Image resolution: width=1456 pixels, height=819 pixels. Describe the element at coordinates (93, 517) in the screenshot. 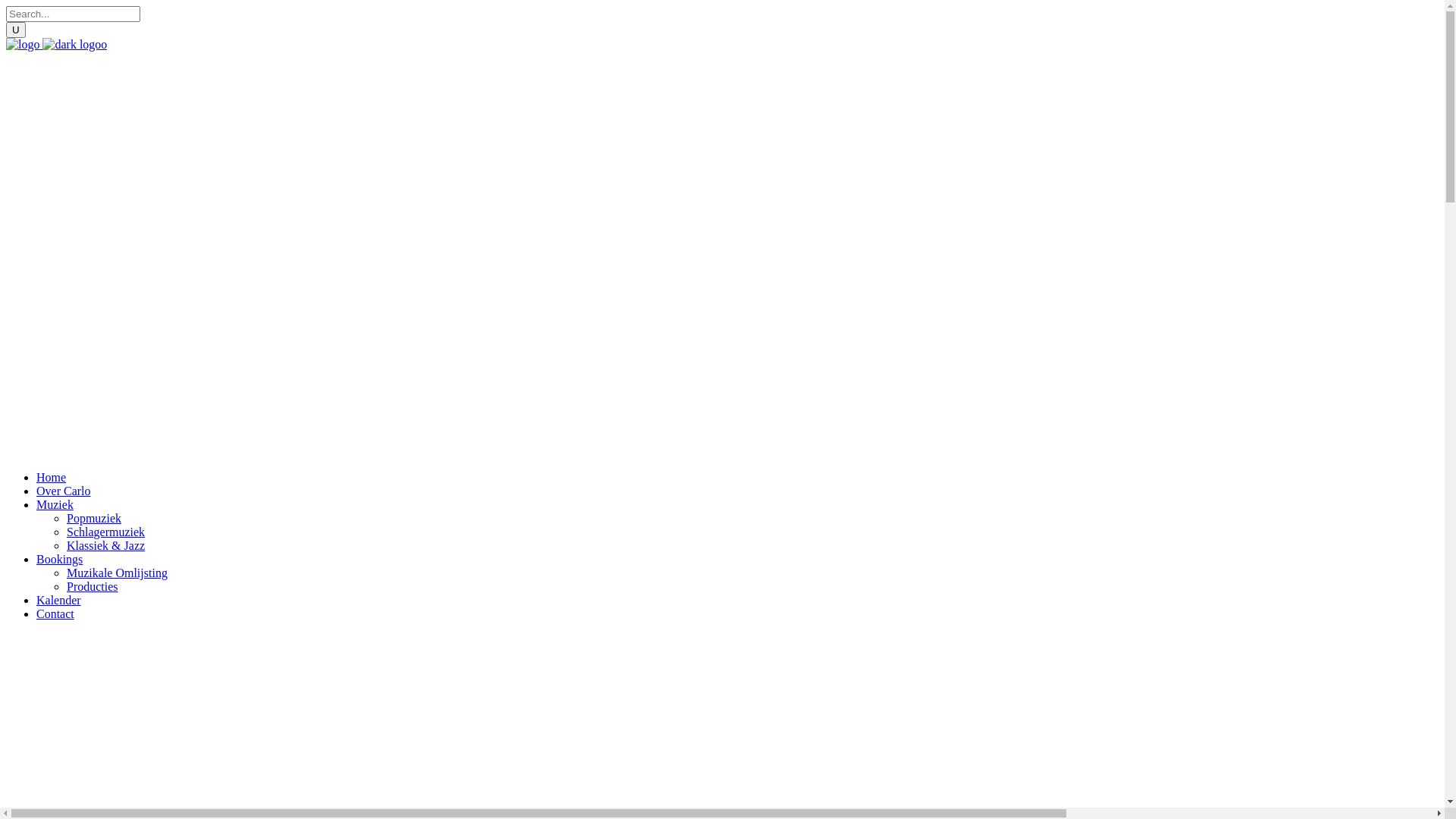

I see `'Popmuziek'` at that location.